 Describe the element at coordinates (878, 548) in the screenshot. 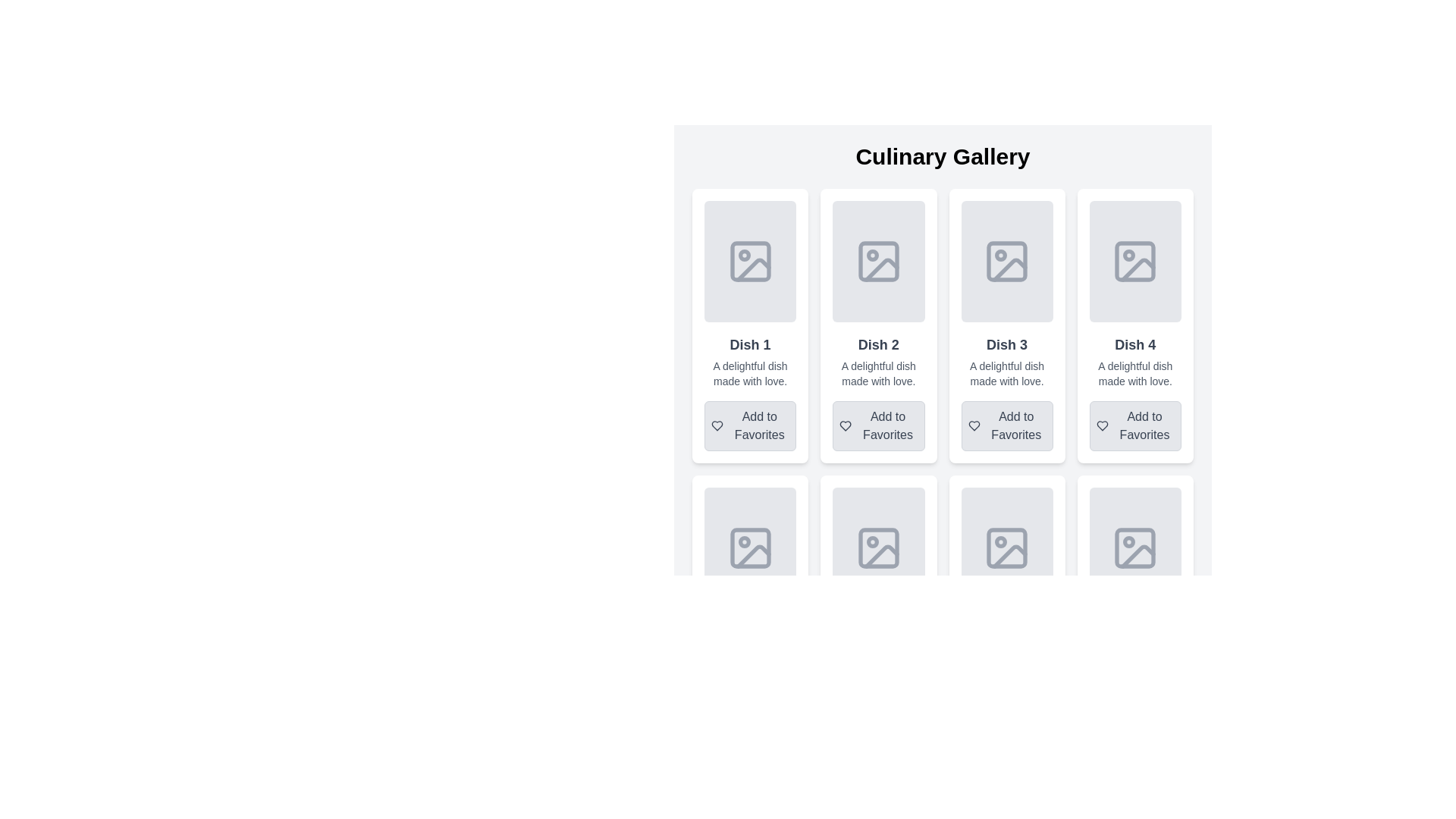

I see `the image placeholder element within the card labeled 'Dish 6', which features a light gray background and a small icon of a mountain and sun` at that location.